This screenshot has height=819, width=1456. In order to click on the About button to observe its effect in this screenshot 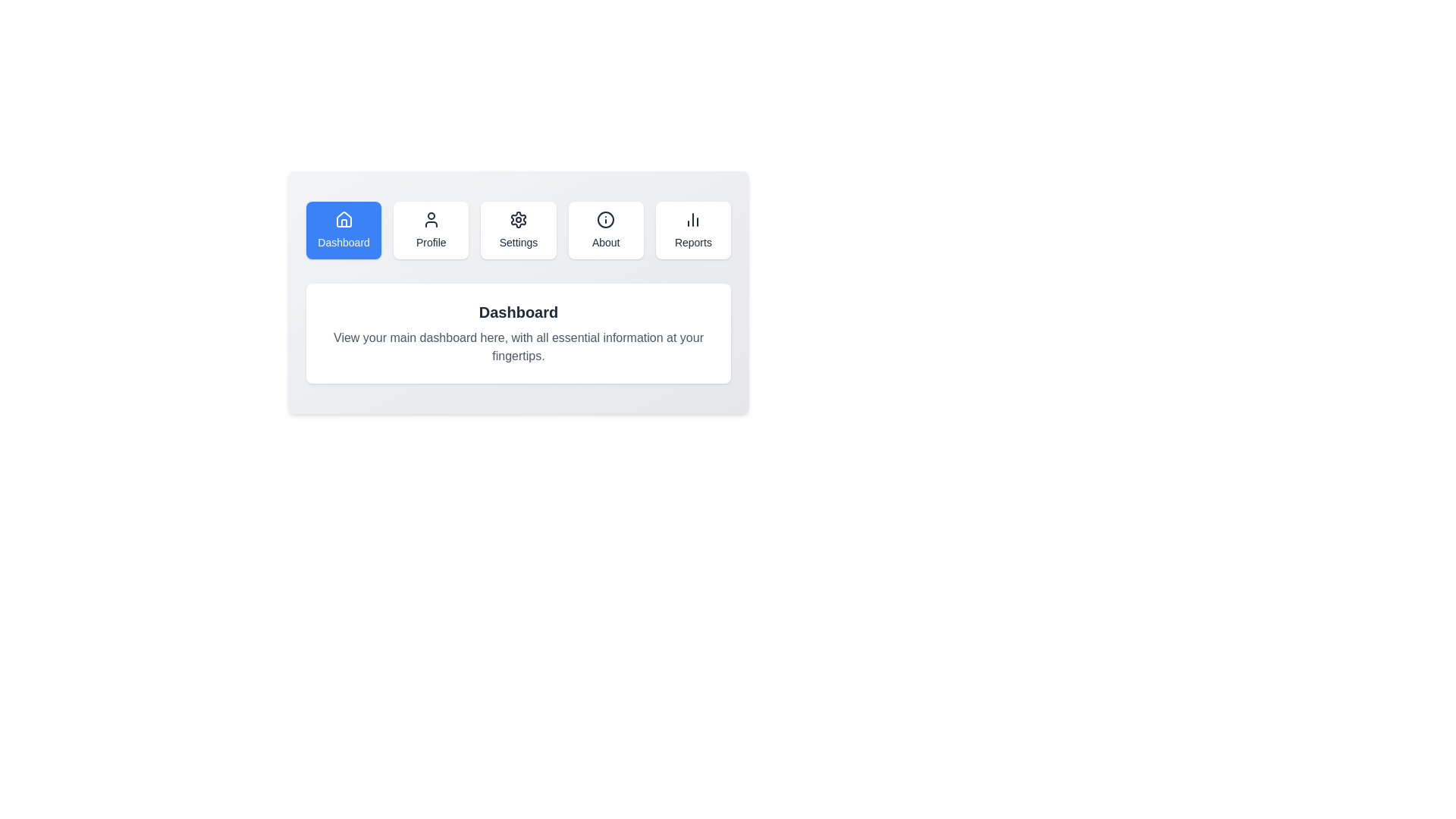, I will do `click(605, 231)`.